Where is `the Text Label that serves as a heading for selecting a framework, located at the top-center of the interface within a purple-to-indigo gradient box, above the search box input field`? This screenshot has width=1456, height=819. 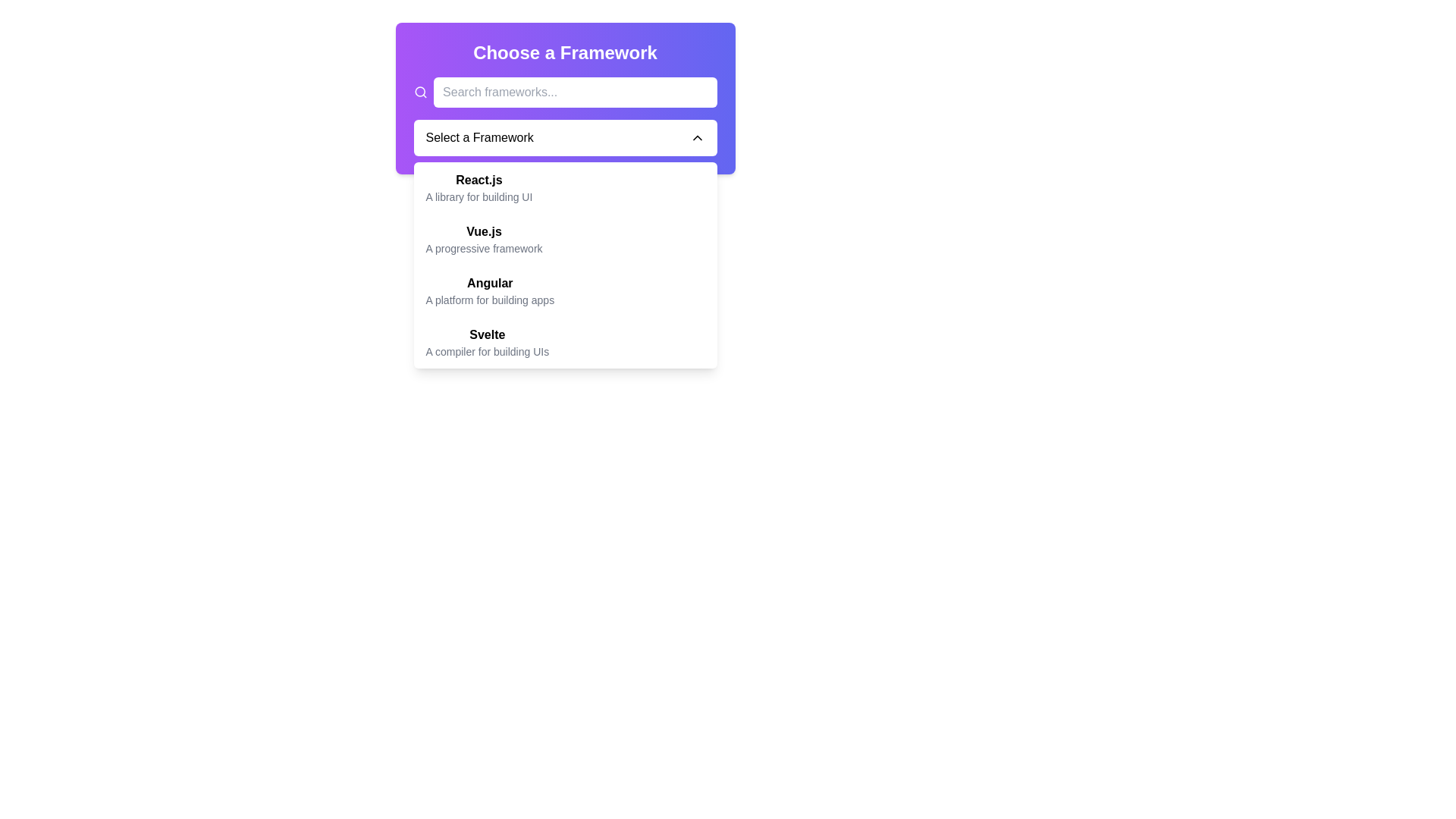 the Text Label that serves as a heading for selecting a framework, located at the top-center of the interface within a purple-to-indigo gradient box, above the search box input field is located at coordinates (564, 52).